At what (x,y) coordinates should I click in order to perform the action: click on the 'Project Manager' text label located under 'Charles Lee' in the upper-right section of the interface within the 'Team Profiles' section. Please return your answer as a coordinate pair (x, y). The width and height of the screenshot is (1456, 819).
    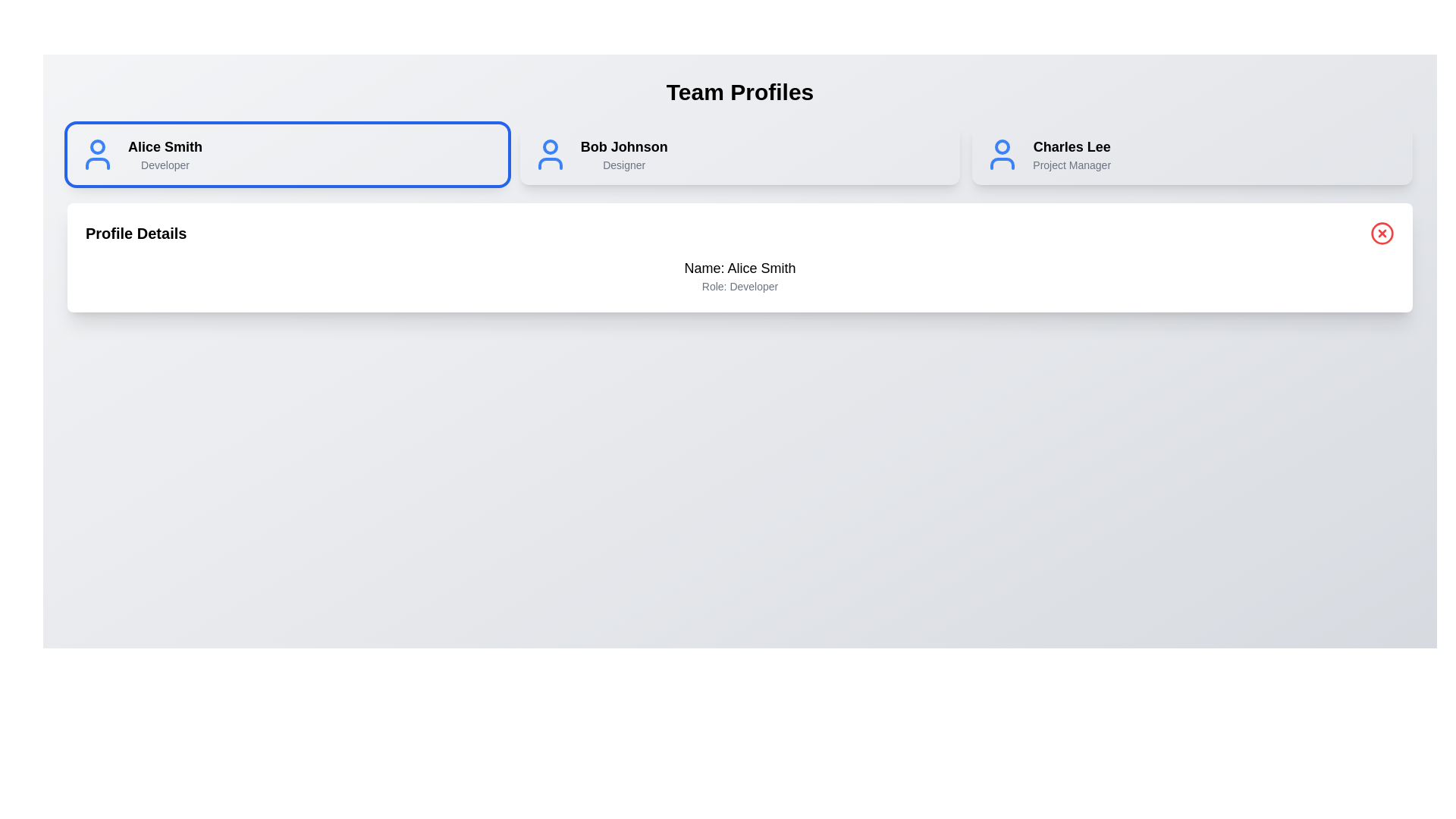
    Looking at the image, I should click on (1071, 165).